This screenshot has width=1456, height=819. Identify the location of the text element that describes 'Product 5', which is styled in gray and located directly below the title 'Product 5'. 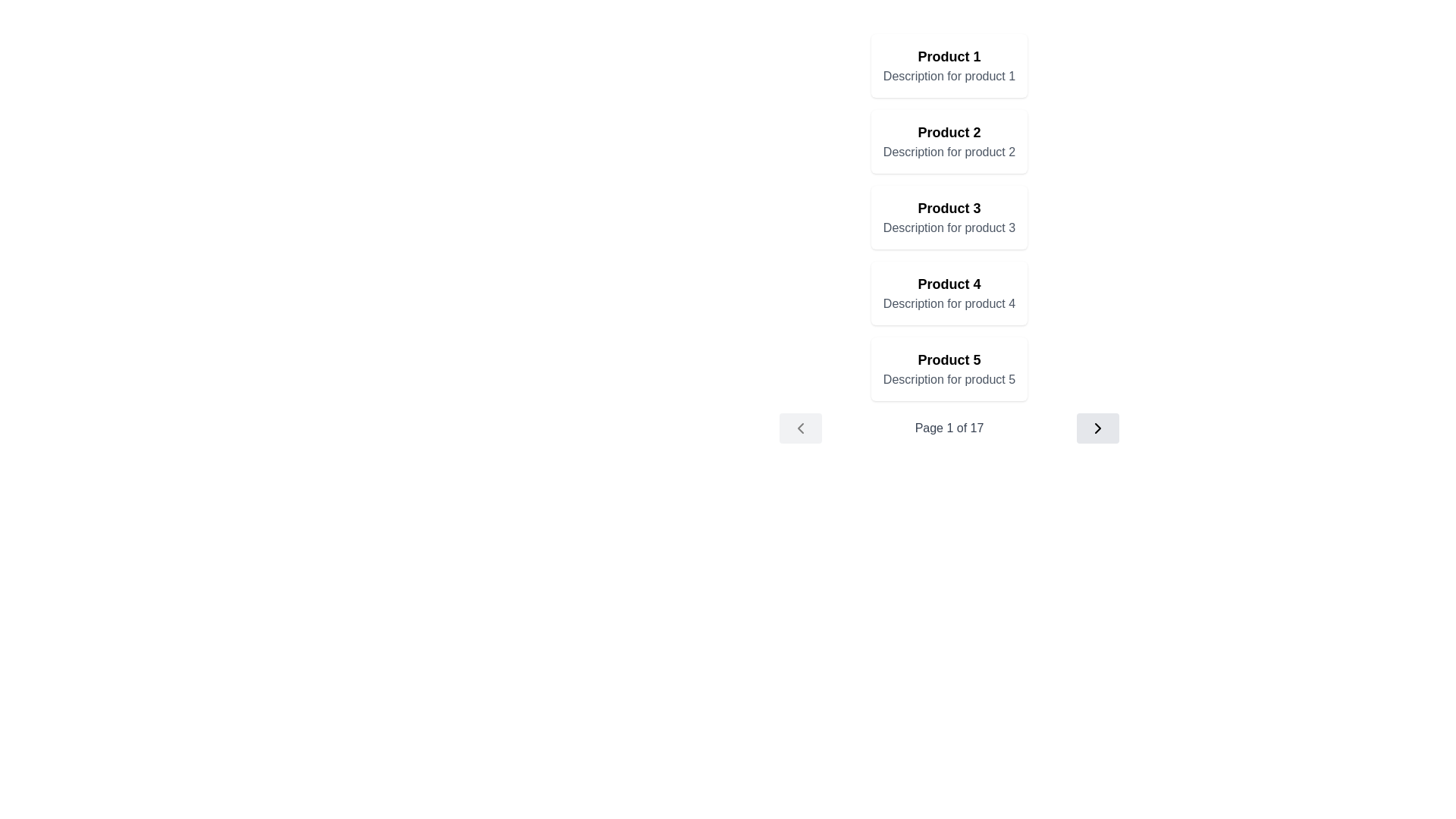
(949, 379).